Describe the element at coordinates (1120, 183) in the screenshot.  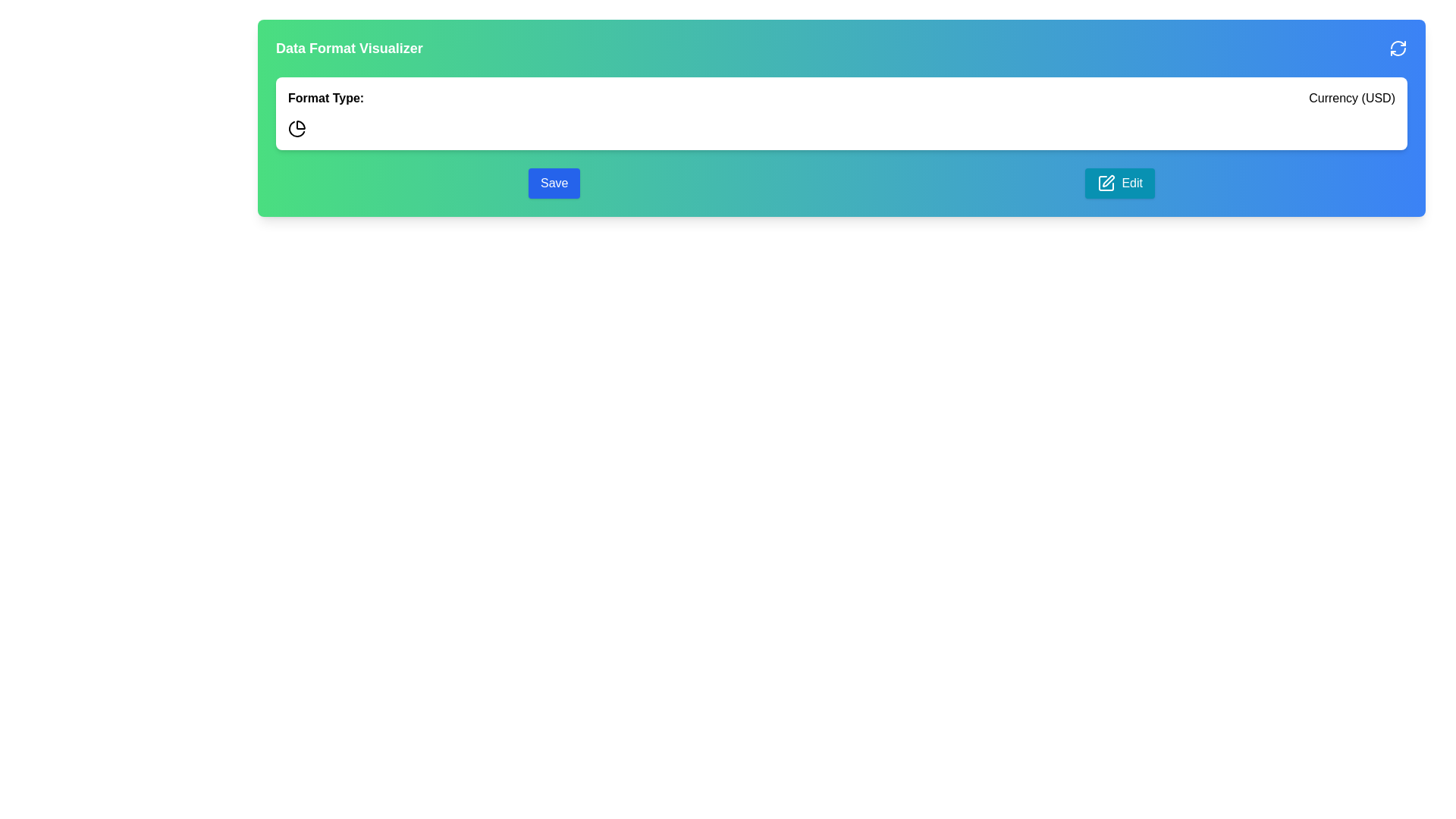
I see `the 'Edit' button` at that location.